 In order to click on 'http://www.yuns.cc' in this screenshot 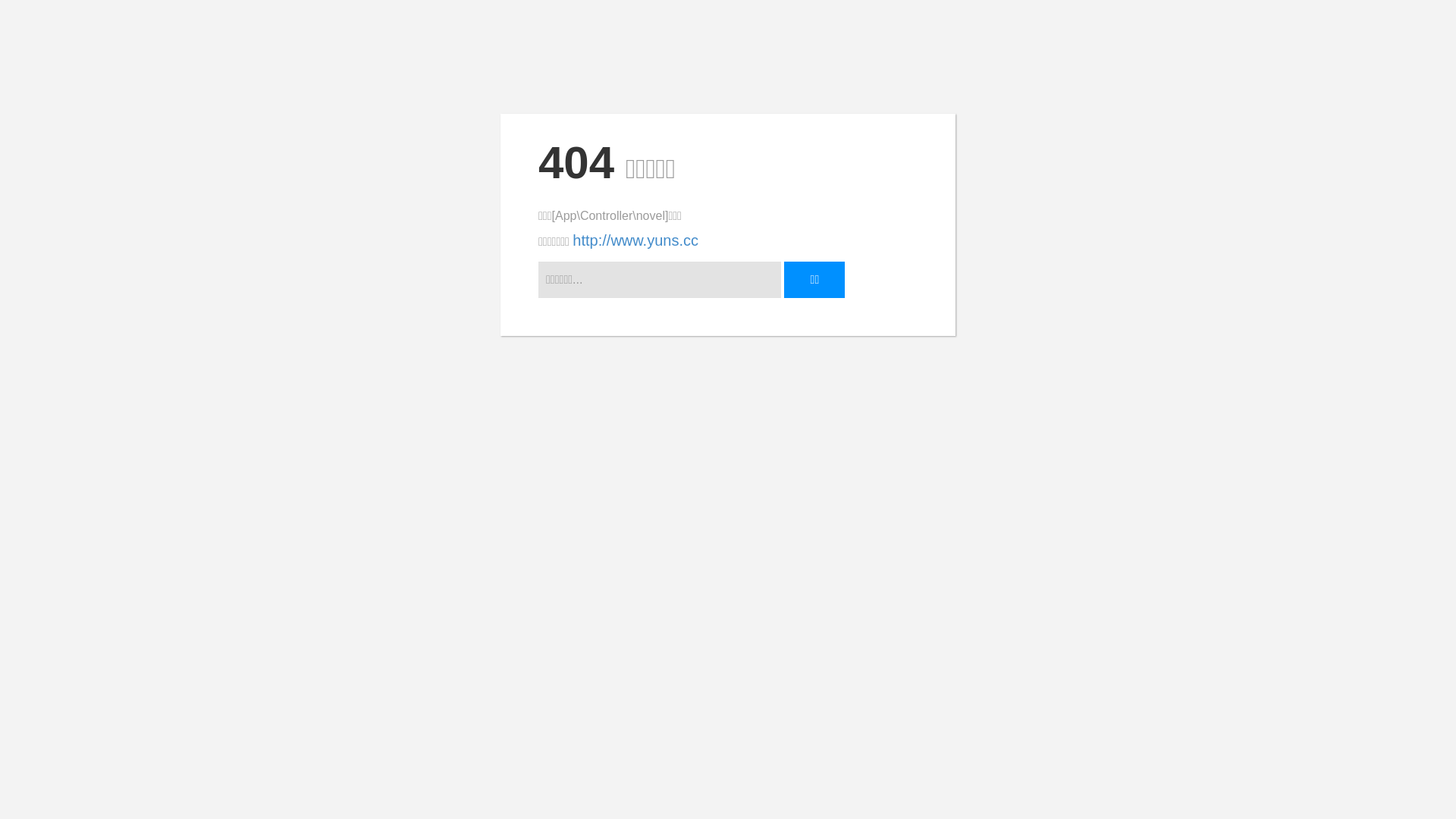, I will do `click(571, 239)`.